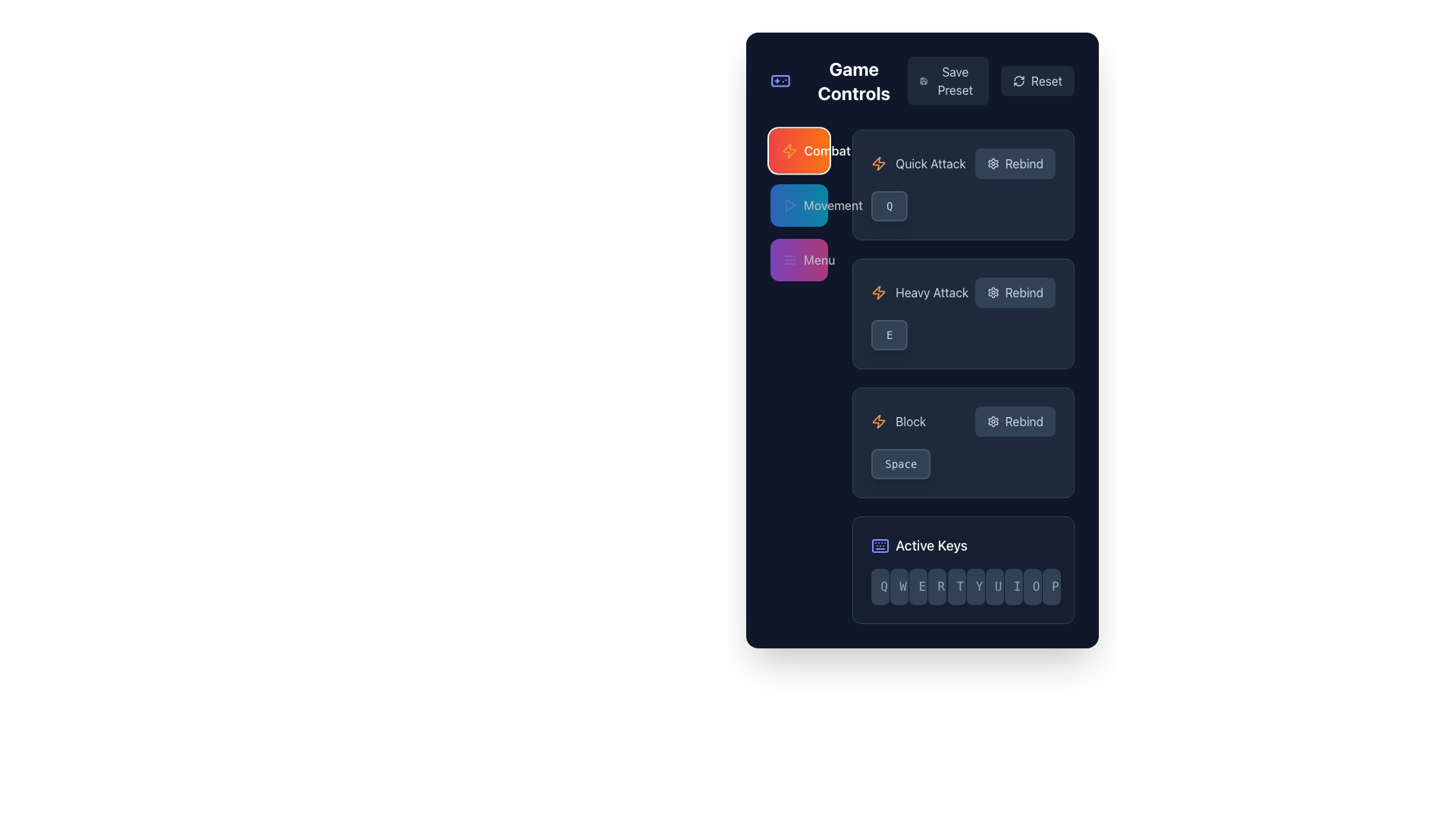 The width and height of the screenshot is (1456, 819). Describe the element at coordinates (994, 586) in the screenshot. I see `the rounded rectangular button labeled 'U' with a dark slate background, located in the seventh slot of the QWERTYUIOP row in the 'Active Keys' section` at that location.